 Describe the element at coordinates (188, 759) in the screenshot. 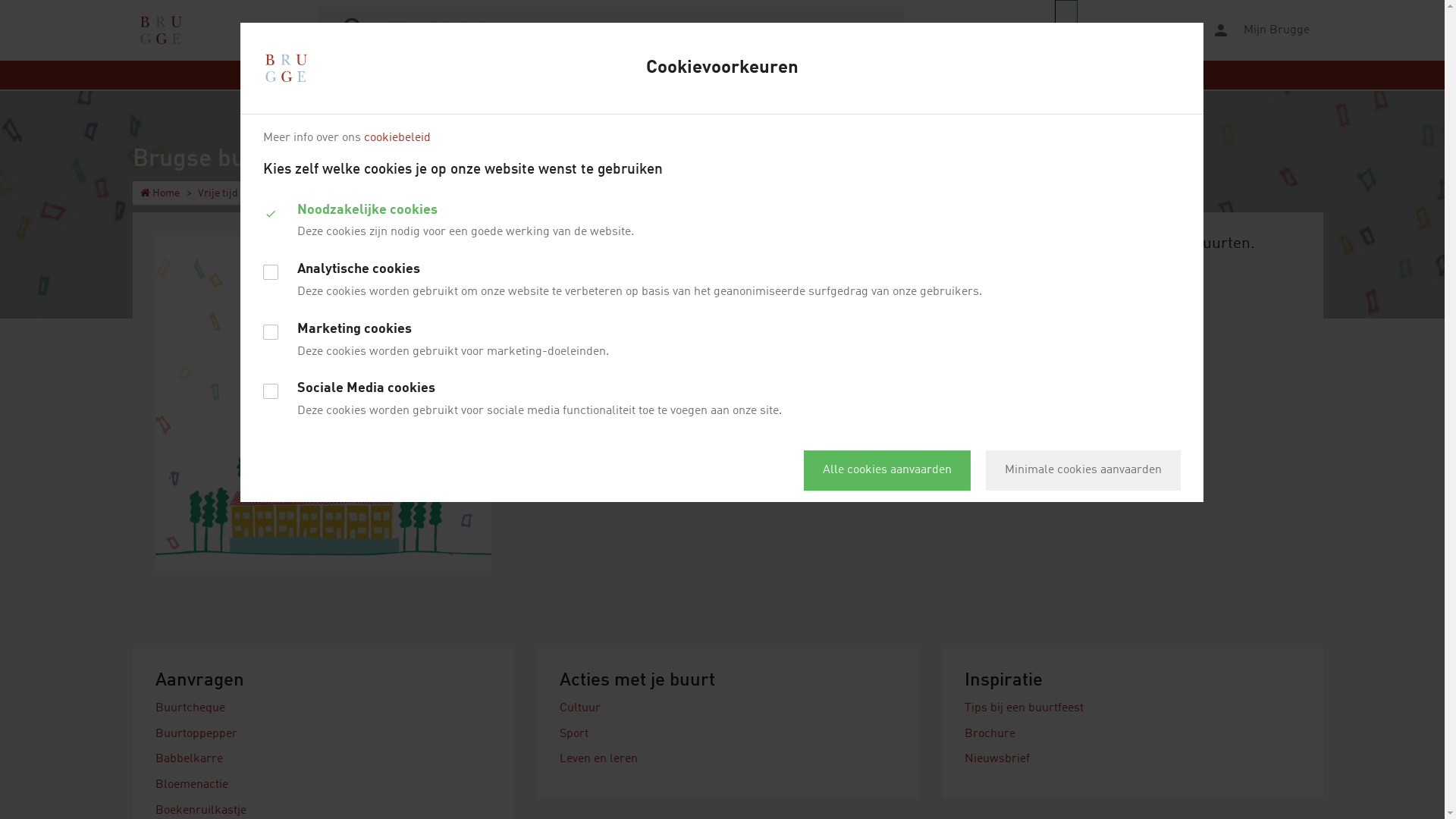

I see `'Babbelkarre'` at that location.